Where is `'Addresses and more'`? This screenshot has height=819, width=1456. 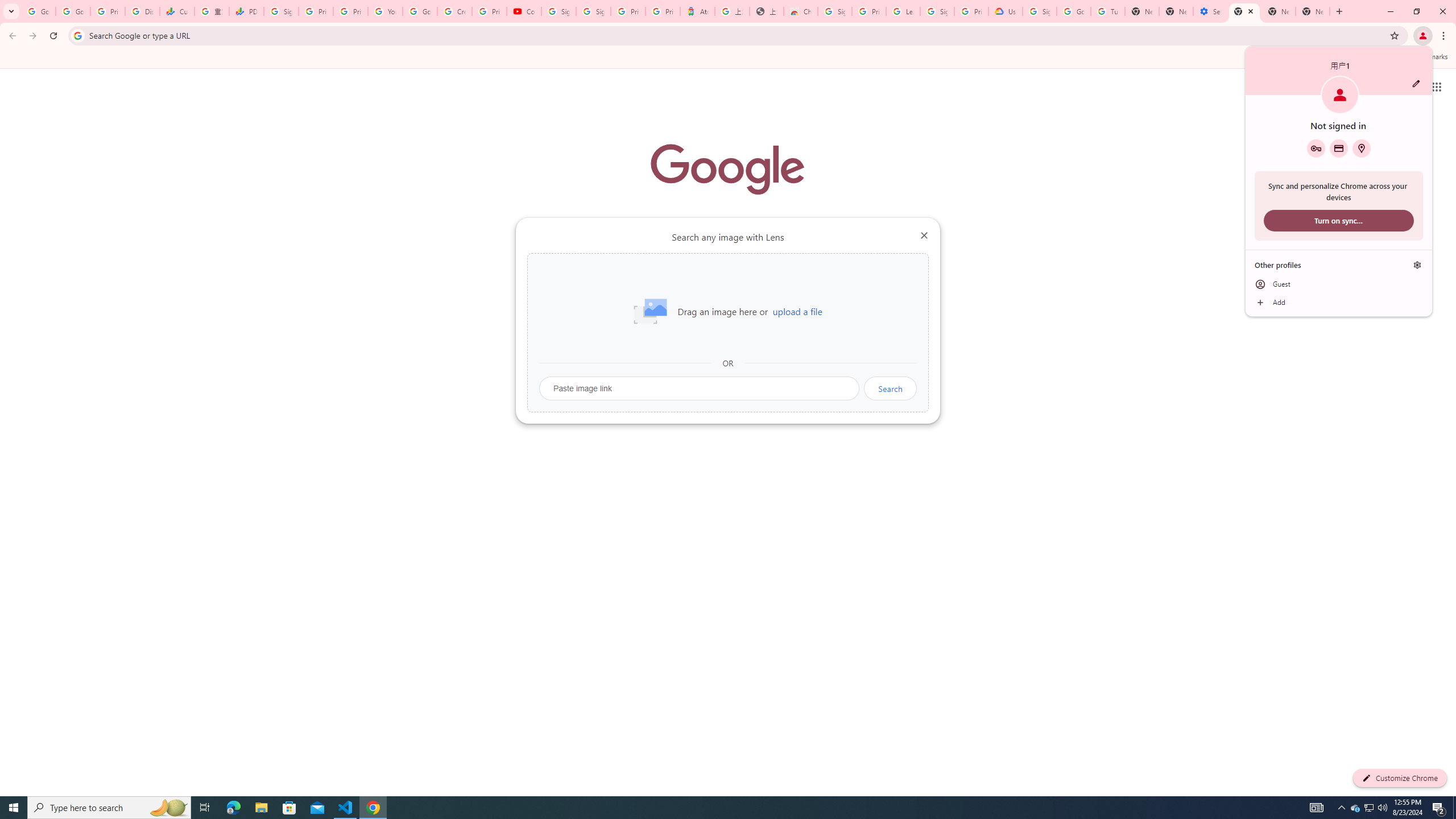 'Addresses and more' is located at coordinates (1360, 148).